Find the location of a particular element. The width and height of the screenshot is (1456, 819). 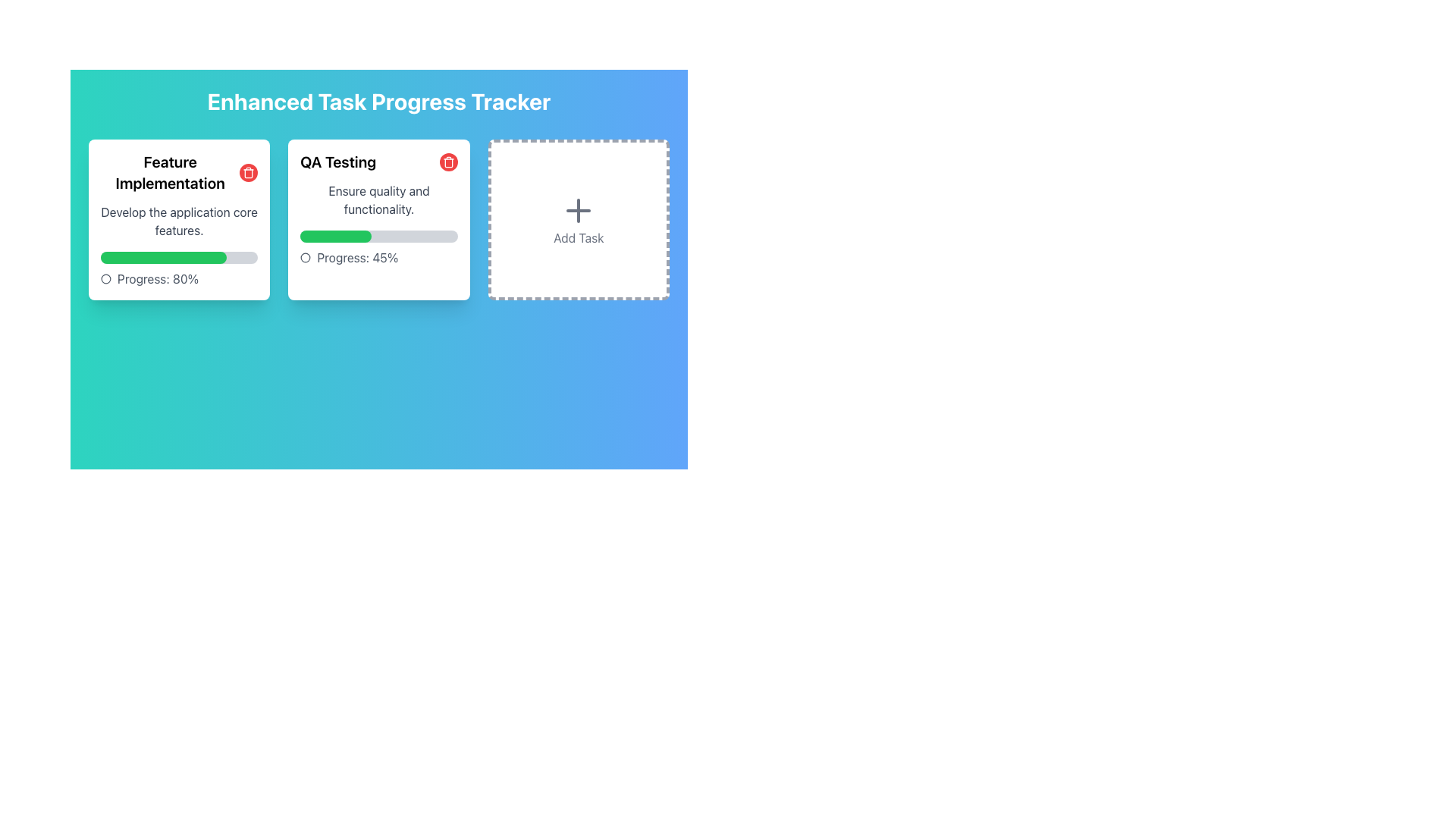

main title text of the interface, which is centered at the top of the page and serves as the application name for the task progress tracker is located at coordinates (378, 102).